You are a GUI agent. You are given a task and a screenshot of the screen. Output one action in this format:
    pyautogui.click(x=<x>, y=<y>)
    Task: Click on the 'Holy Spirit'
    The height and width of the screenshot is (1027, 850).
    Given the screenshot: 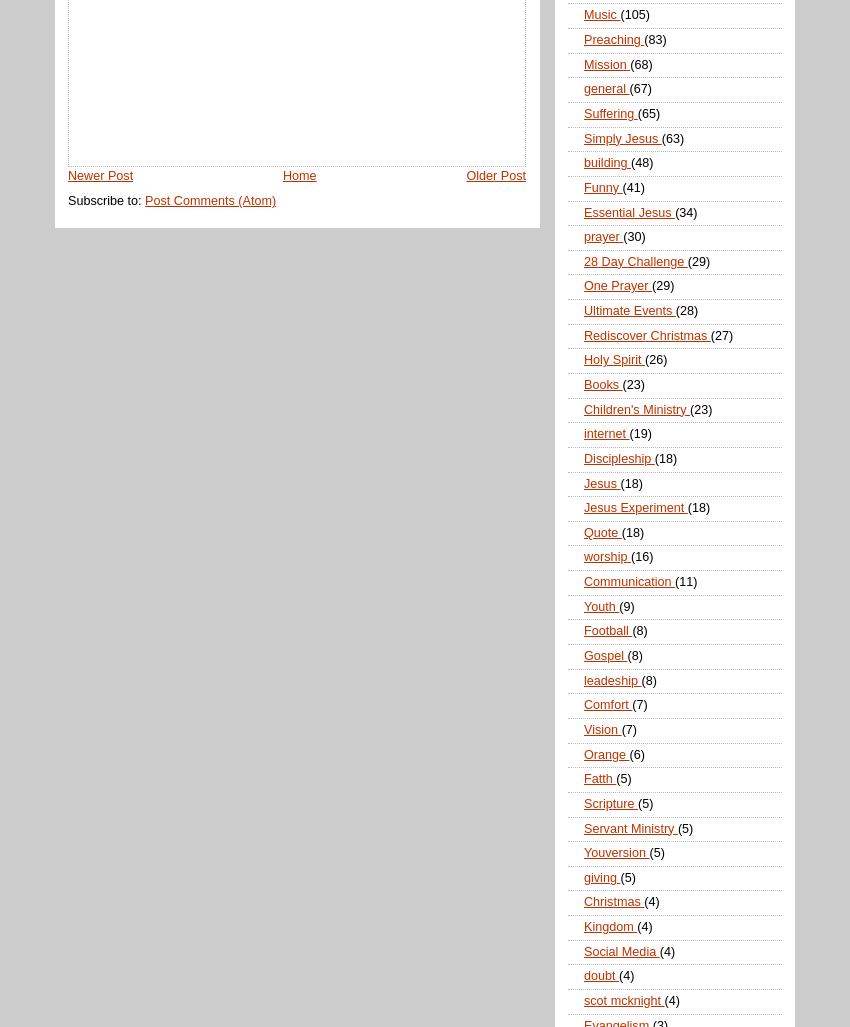 What is the action you would take?
    pyautogui.click(x=613, y=359)
    